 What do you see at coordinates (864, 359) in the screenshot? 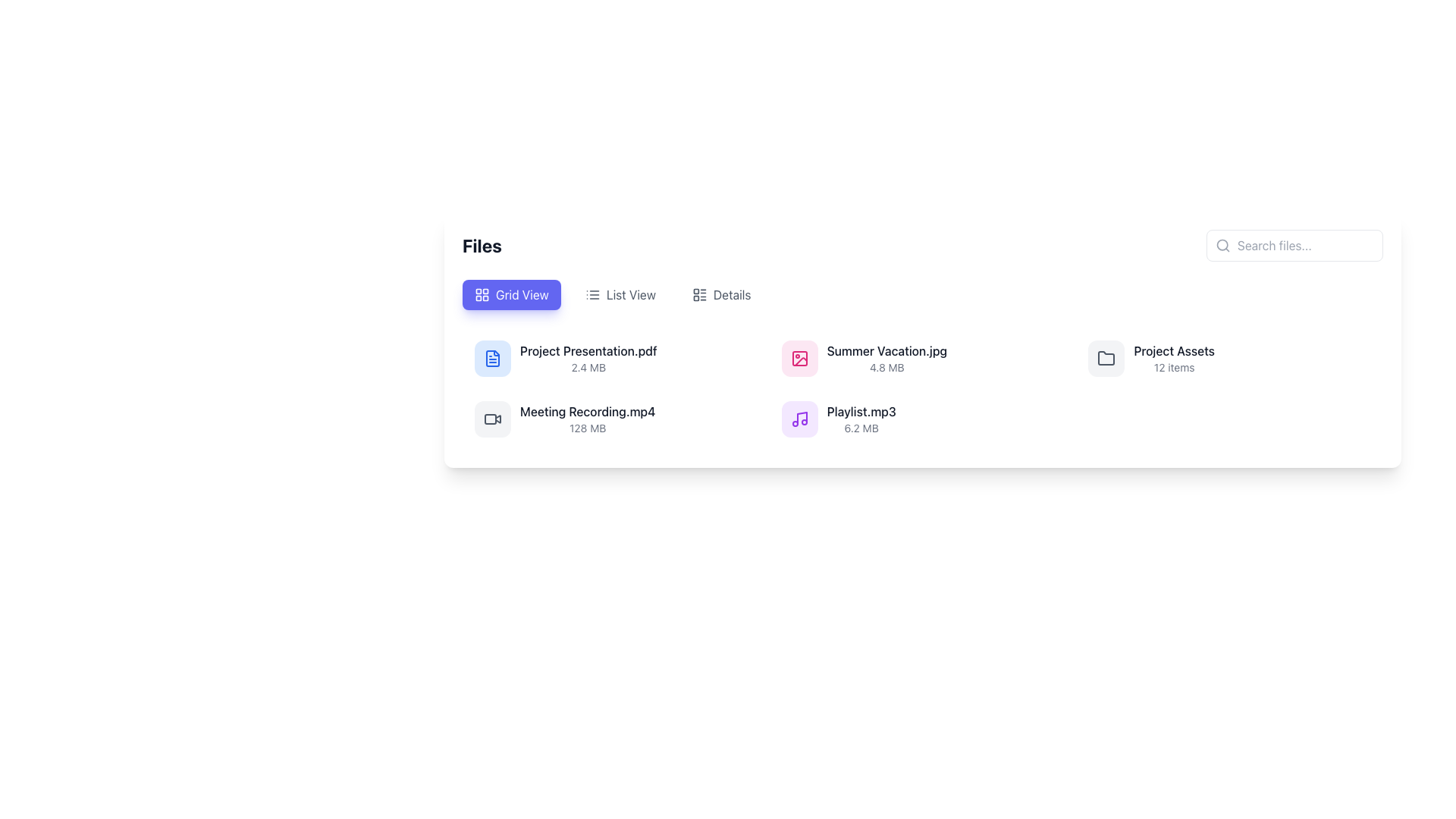
I see `the file entry for 'Summer Vacation.jpg'` at bounding box center [864, 359].